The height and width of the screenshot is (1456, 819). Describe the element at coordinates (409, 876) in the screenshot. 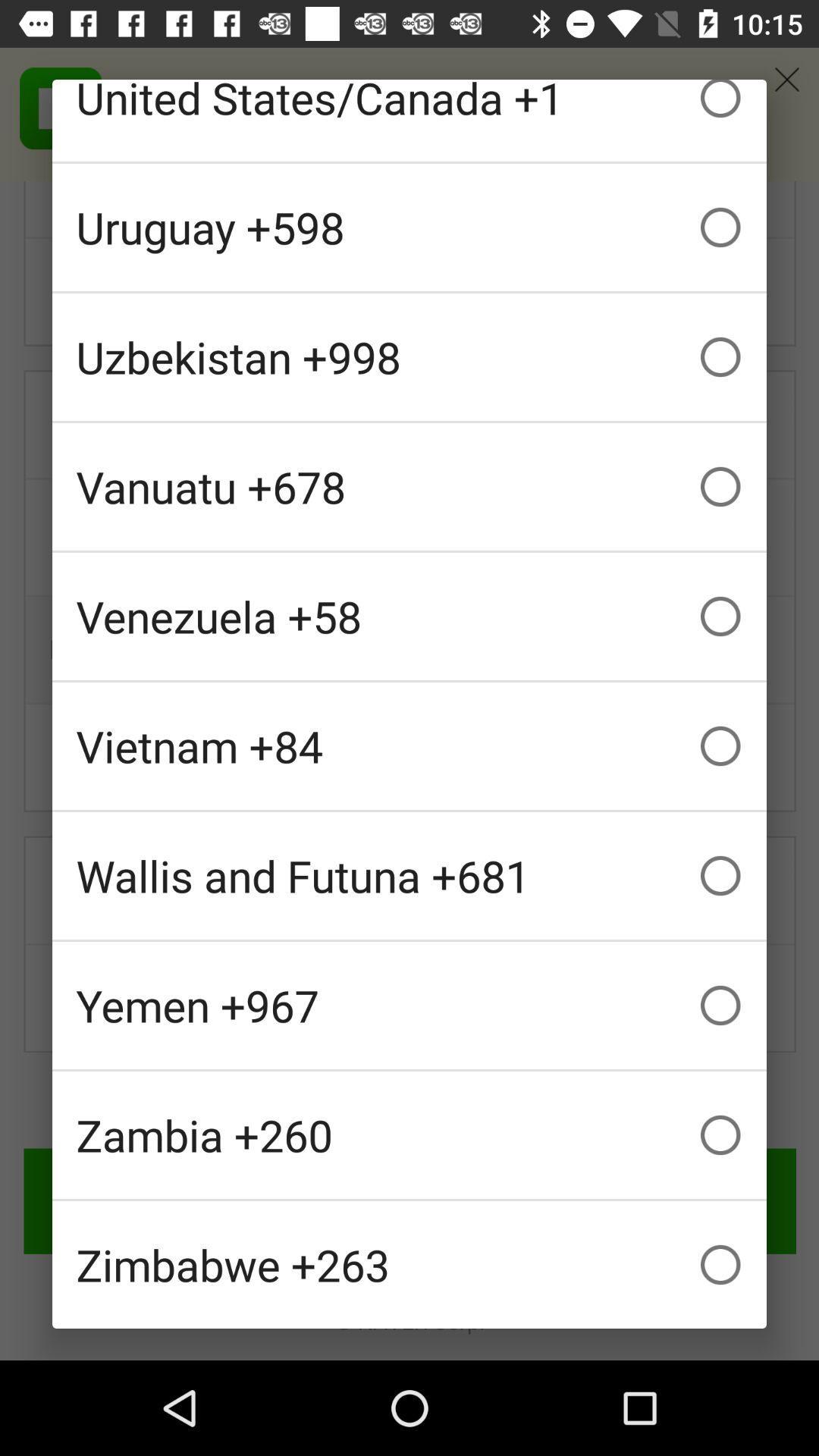

I see `the wallis and futuna` at that location.